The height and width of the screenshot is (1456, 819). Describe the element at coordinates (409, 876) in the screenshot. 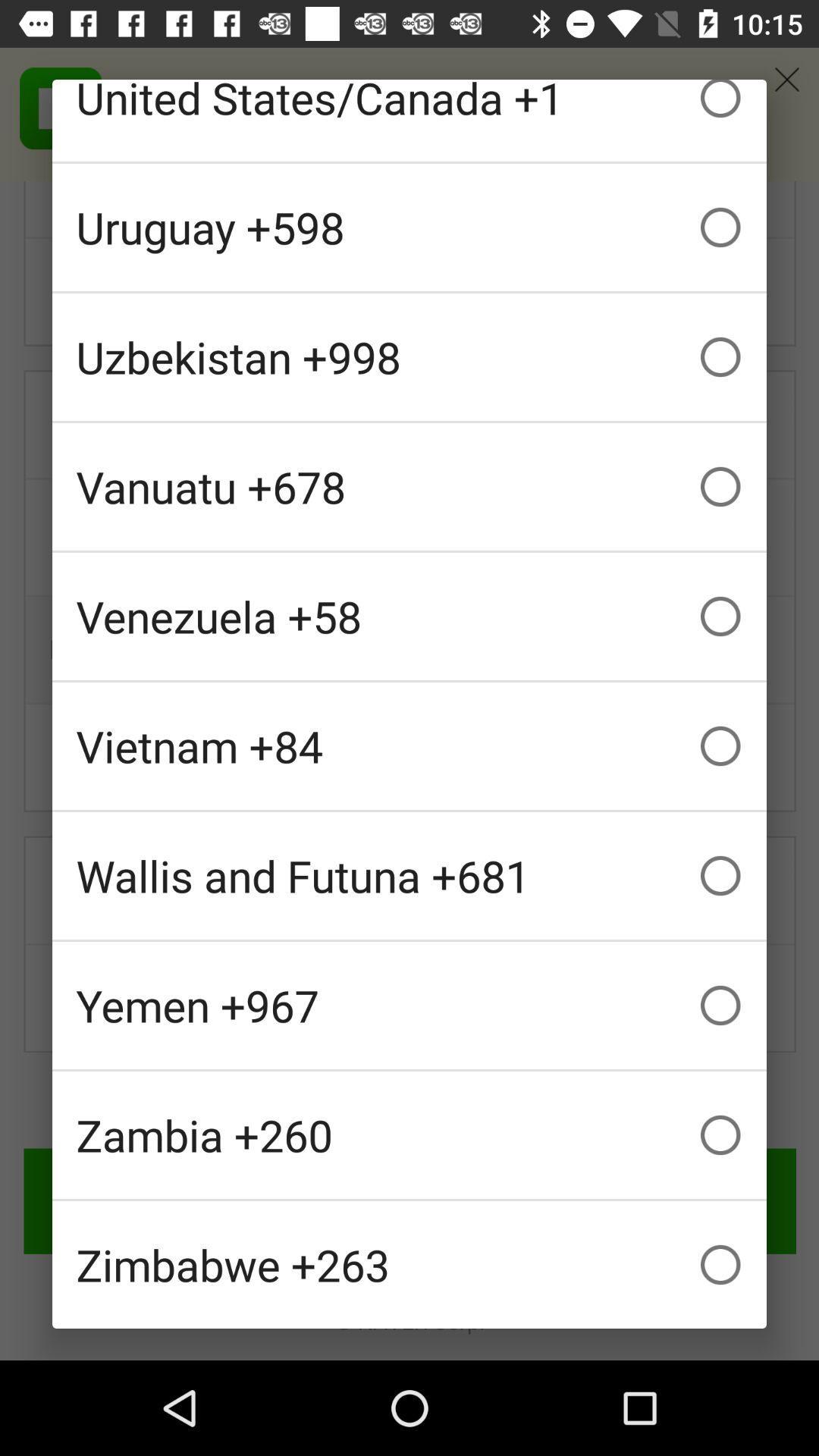

I see `the wallis and futuna` at that location.